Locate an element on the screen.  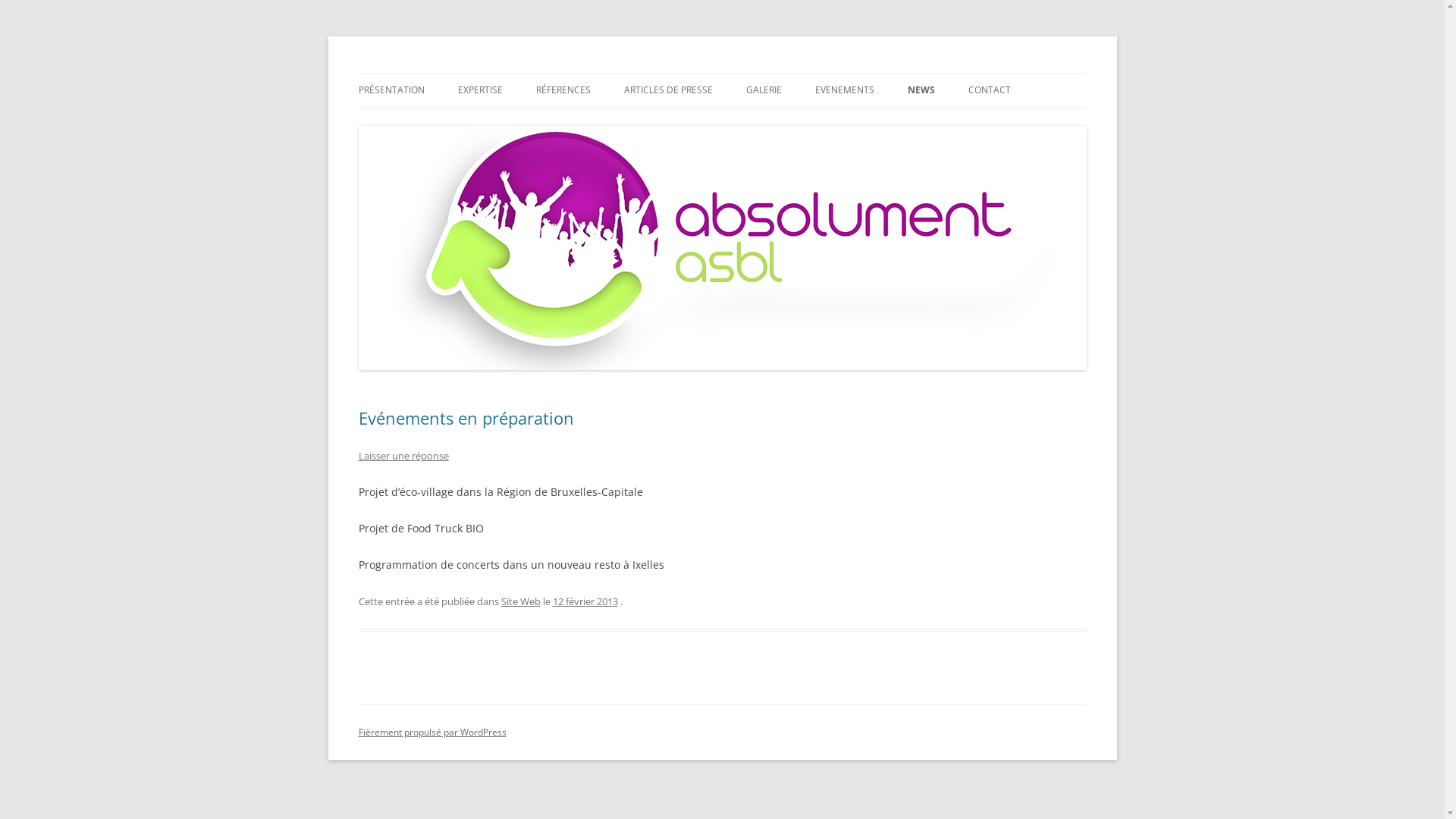
'Site Web' is located at coordinates (520, 601).